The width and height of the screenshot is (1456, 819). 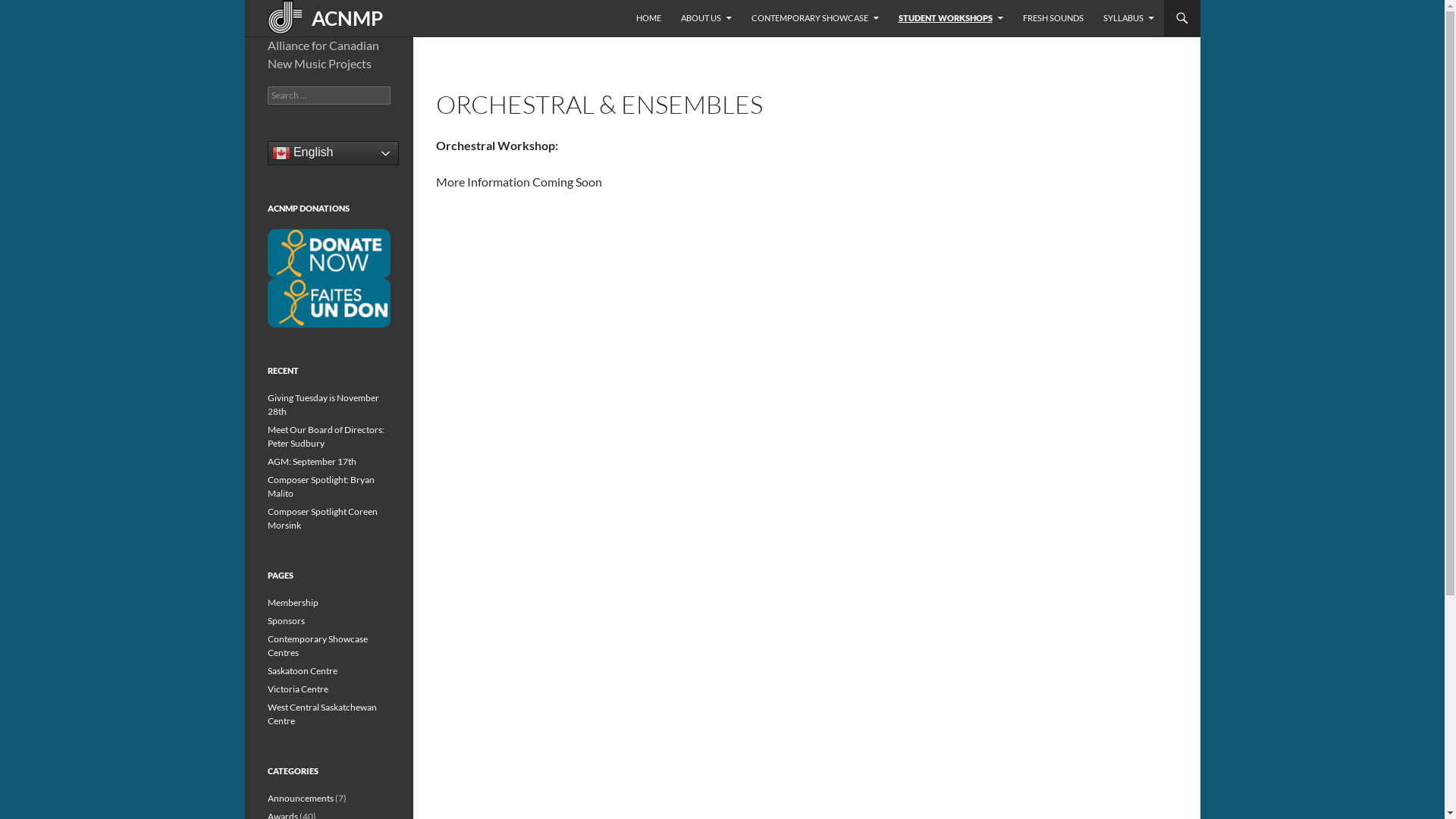 What do you see at coordinates (285, 620) in the screenshot?
I see `'Sponsors'` at bounding box center [285, 620].